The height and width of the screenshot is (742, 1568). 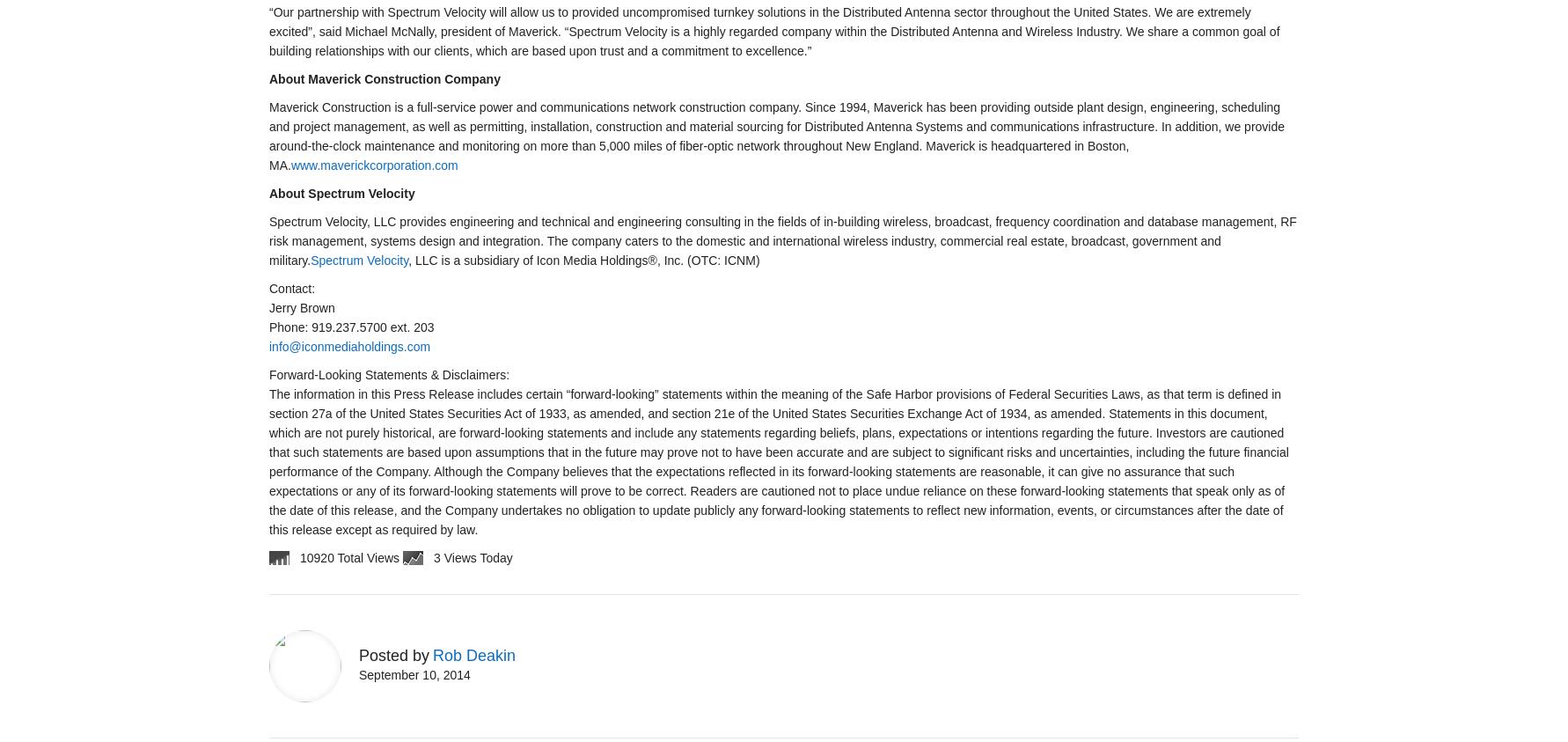 I want to click on 'Rob Deakin', so click(x=432, y=655).